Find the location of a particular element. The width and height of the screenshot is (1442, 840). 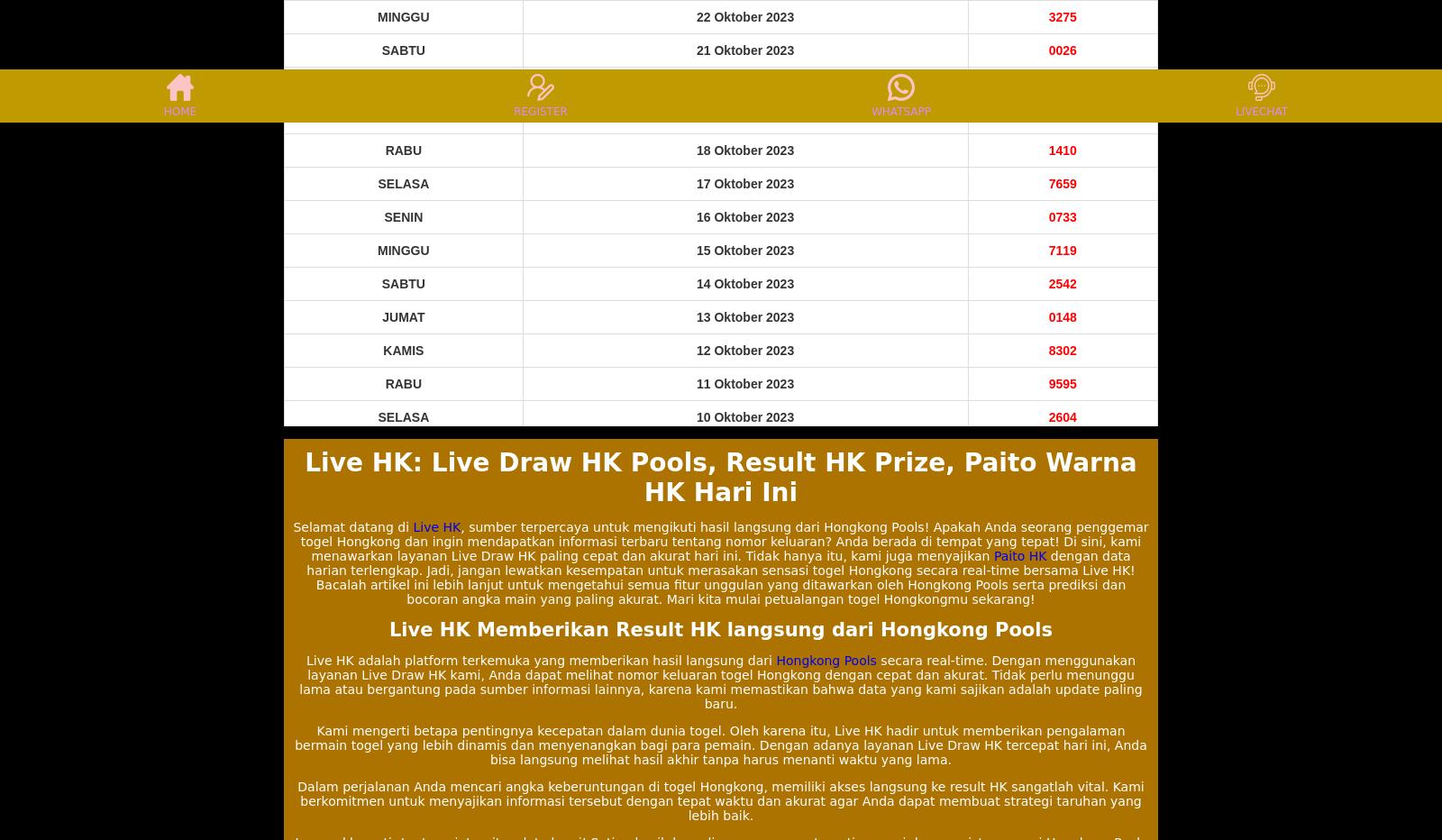

'Live HK: Live Draw HK Pools, Result HK Prize, Paito Warna HK Hari Ini' is located at coordinates (720, 478).